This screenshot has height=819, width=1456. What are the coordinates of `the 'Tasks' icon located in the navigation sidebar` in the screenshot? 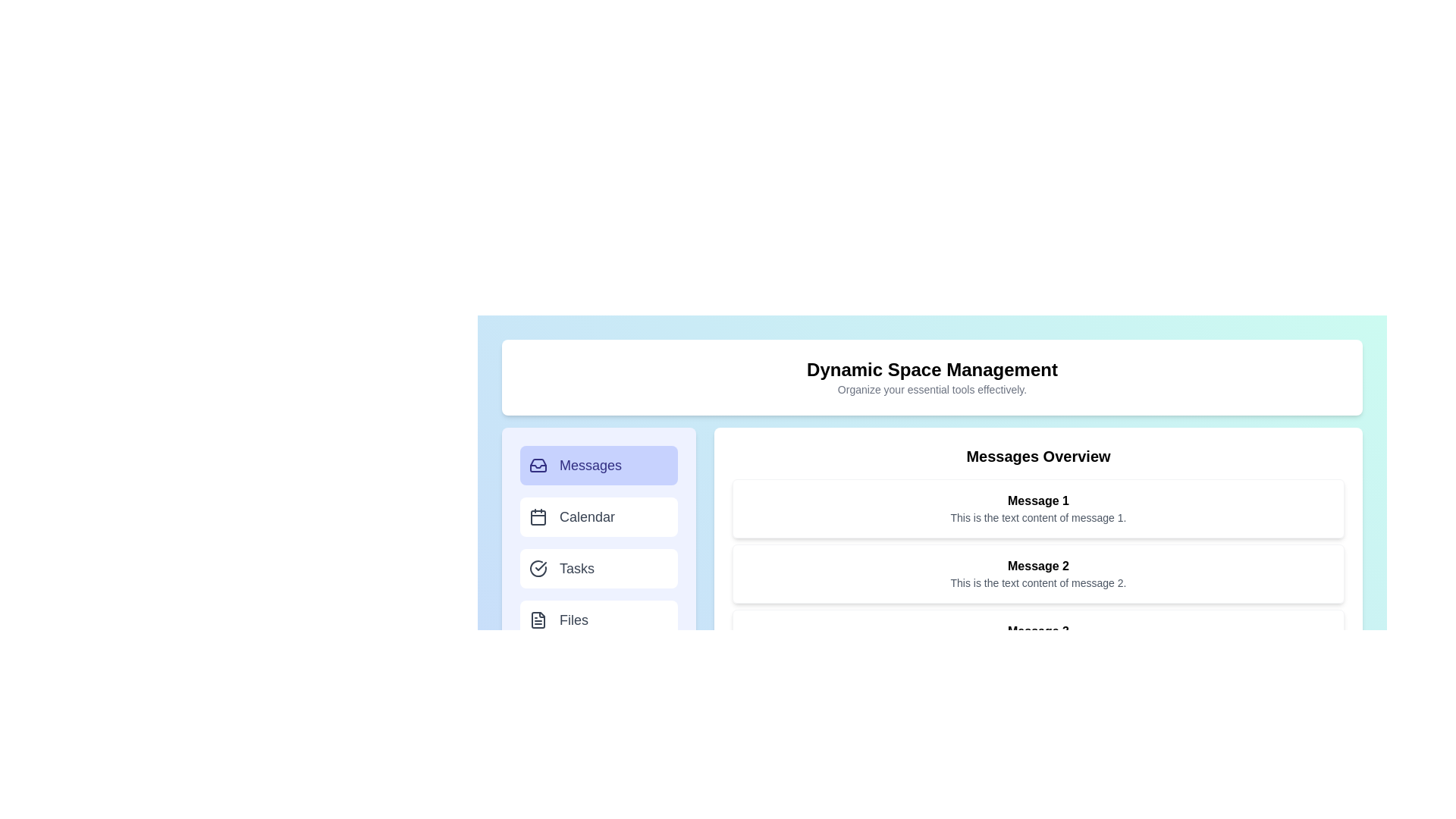 It's located at (538, 568).